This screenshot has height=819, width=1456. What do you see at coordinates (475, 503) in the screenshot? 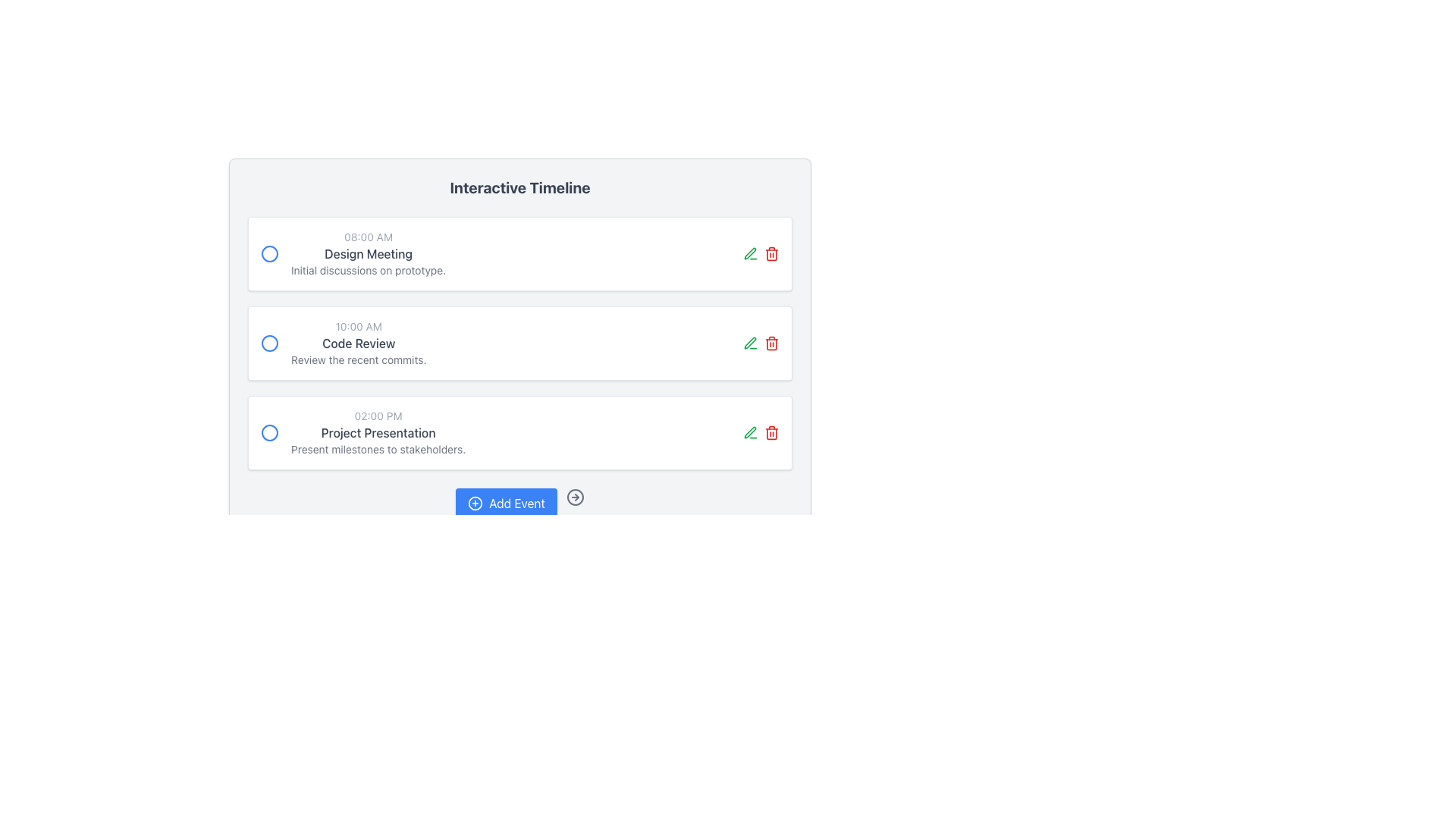
I see `the decorative circular icon within the 'Add Event' button located at the bottom of the timeline interface` at bounding box center [475, 503].